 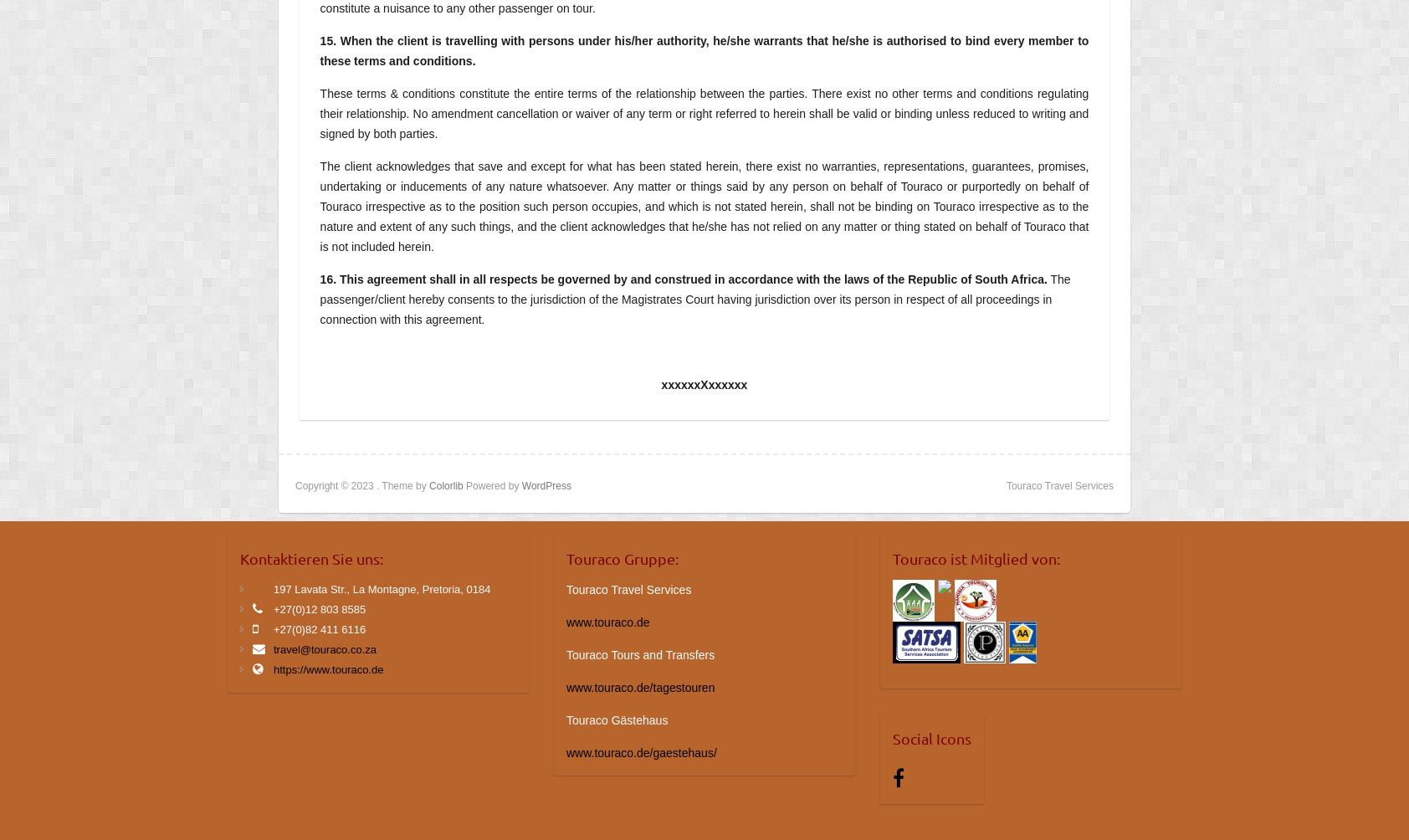 I want to click on 'The client acknowledges that save and except for what has been stated herein, there exist no warranties, representations, guarantees, promises, undertaking or inducements of any nature whatsoever. Any matter or things said by any person on behalf of Touraco or purportedly on behalf of Touraco irrespective as to the position such person occupies, and which is not stated herein, shall not be binding on Touraco irrespective as to the nature and extent of any such things, and the client acknowledges that he/she has not relied on any matter or thing stated on behalf of Touraco that is not included herein.', so click(x=704, y=205).